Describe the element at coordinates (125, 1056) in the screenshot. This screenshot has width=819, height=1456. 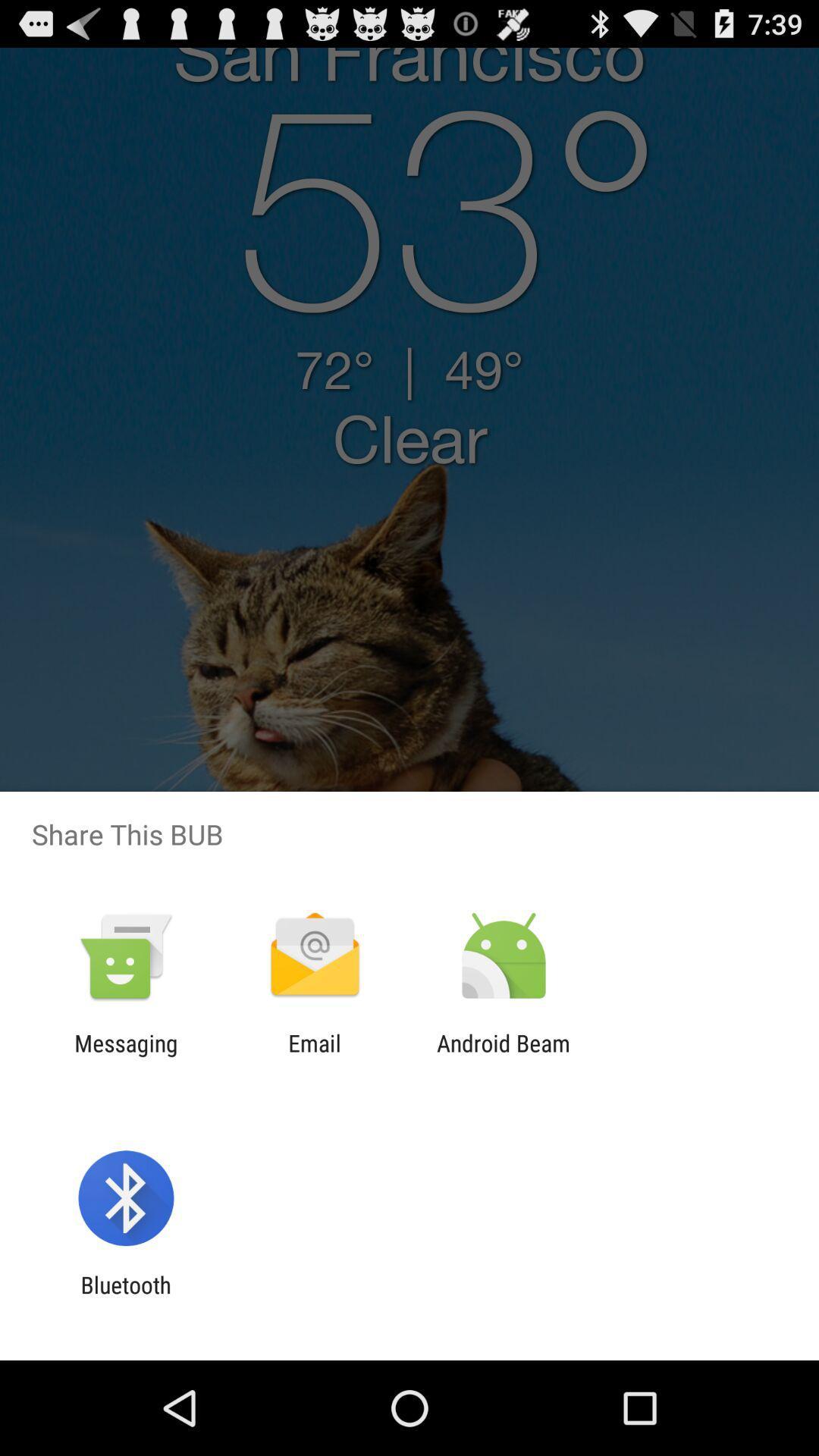
I see `messaging item` at that location.